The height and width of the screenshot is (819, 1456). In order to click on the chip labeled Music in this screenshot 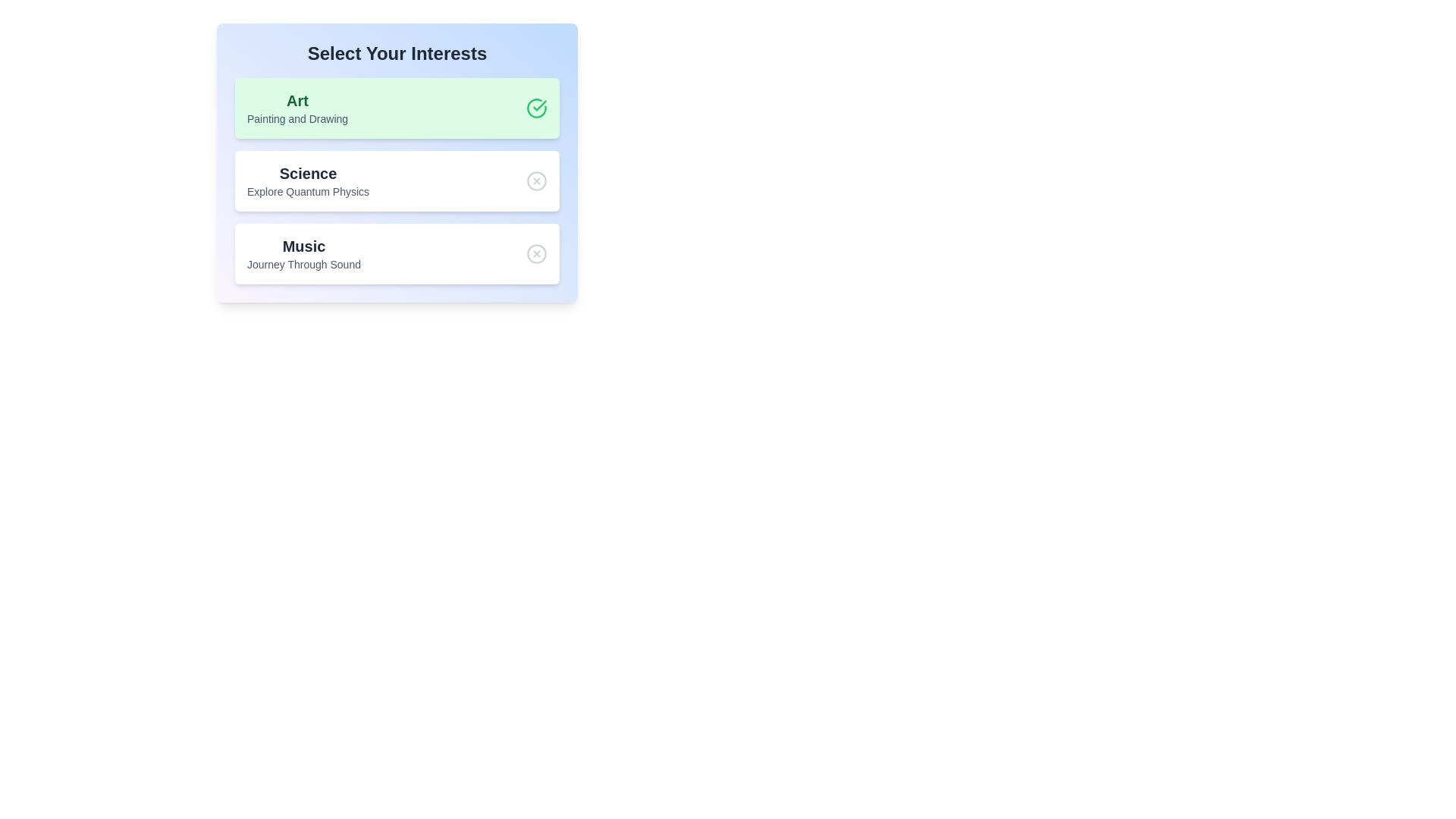, I will do `click(397, 253)`.